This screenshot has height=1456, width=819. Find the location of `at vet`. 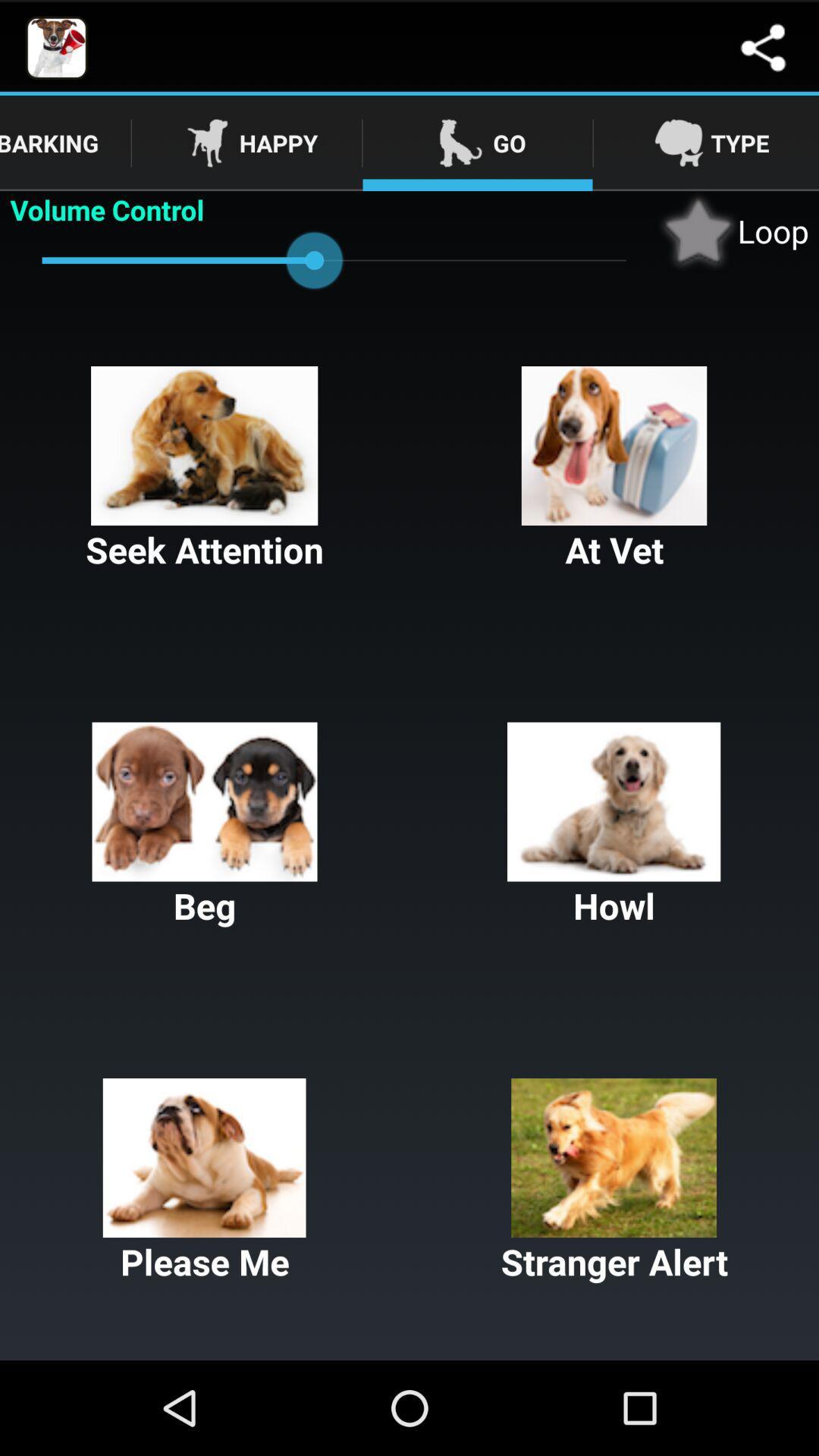

at vet is located at coordinates (614, 469).